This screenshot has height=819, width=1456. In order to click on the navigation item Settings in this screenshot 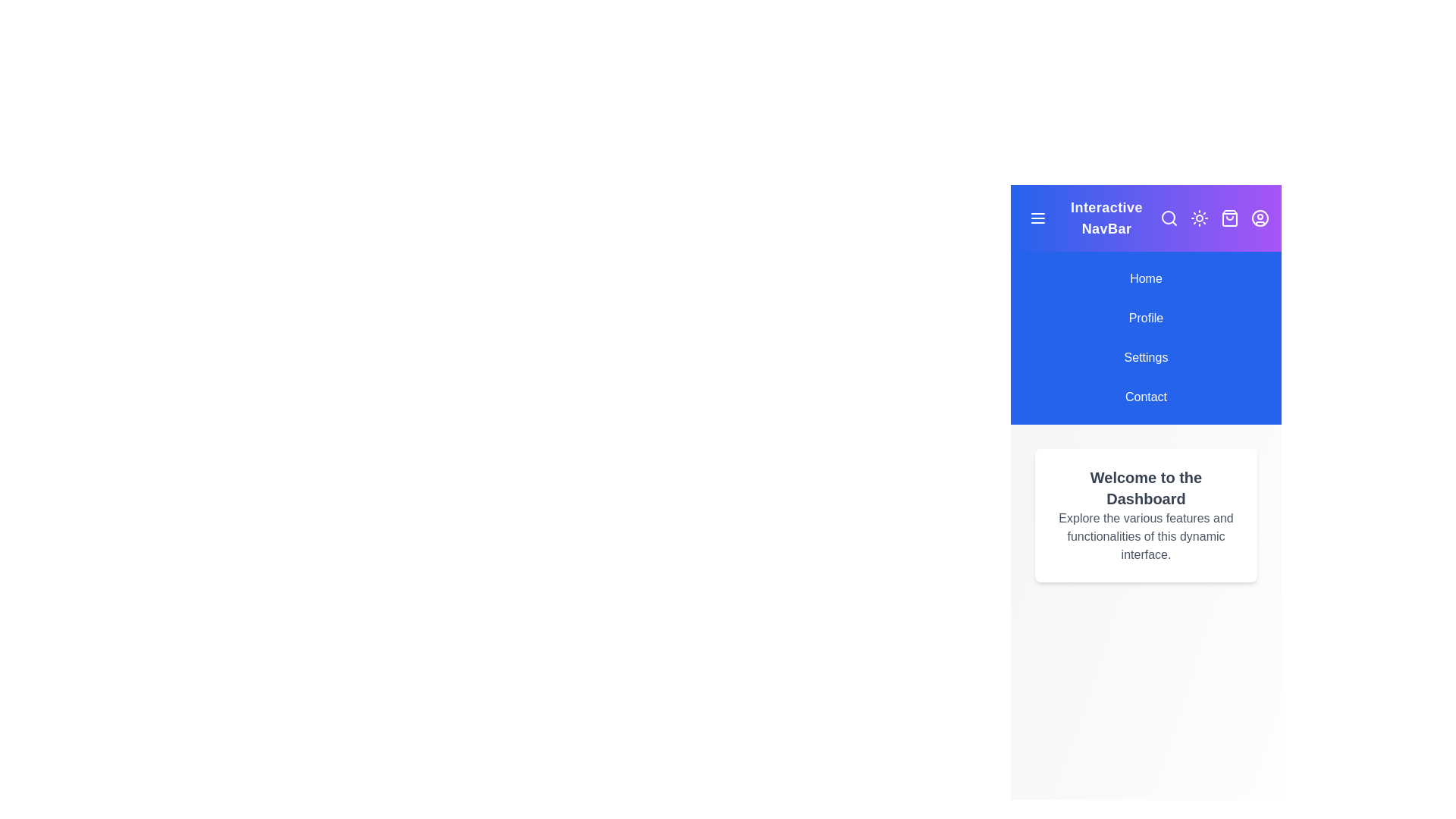, I will do `click(1146, 357)`.